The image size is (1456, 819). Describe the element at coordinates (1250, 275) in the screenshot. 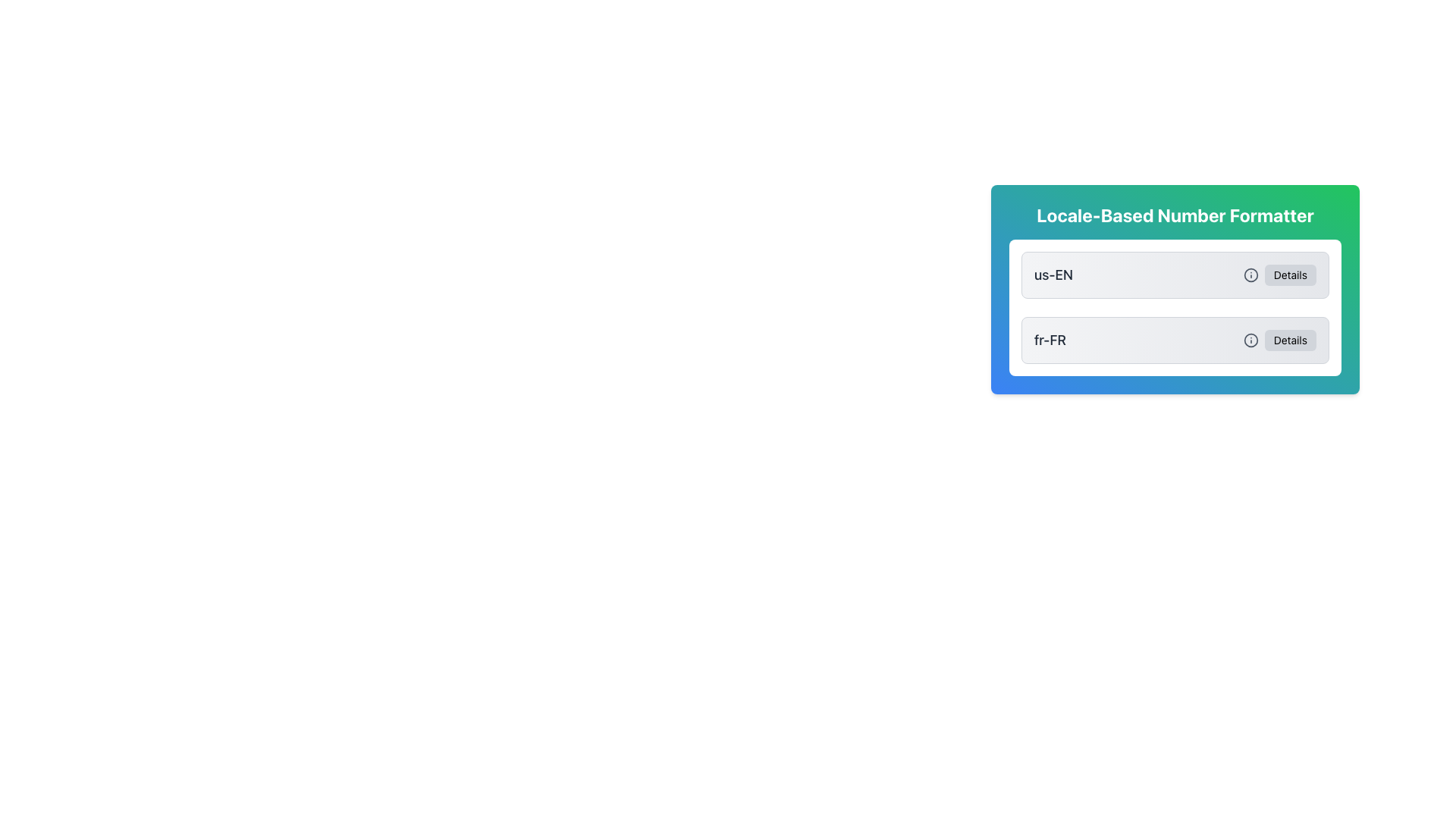

I see `the gray information icon, which consists of a circle enclosing a vertical line and a dot above it, located to the right of the 'us-EN' label and adjacent to the 'Details' button` at that location.